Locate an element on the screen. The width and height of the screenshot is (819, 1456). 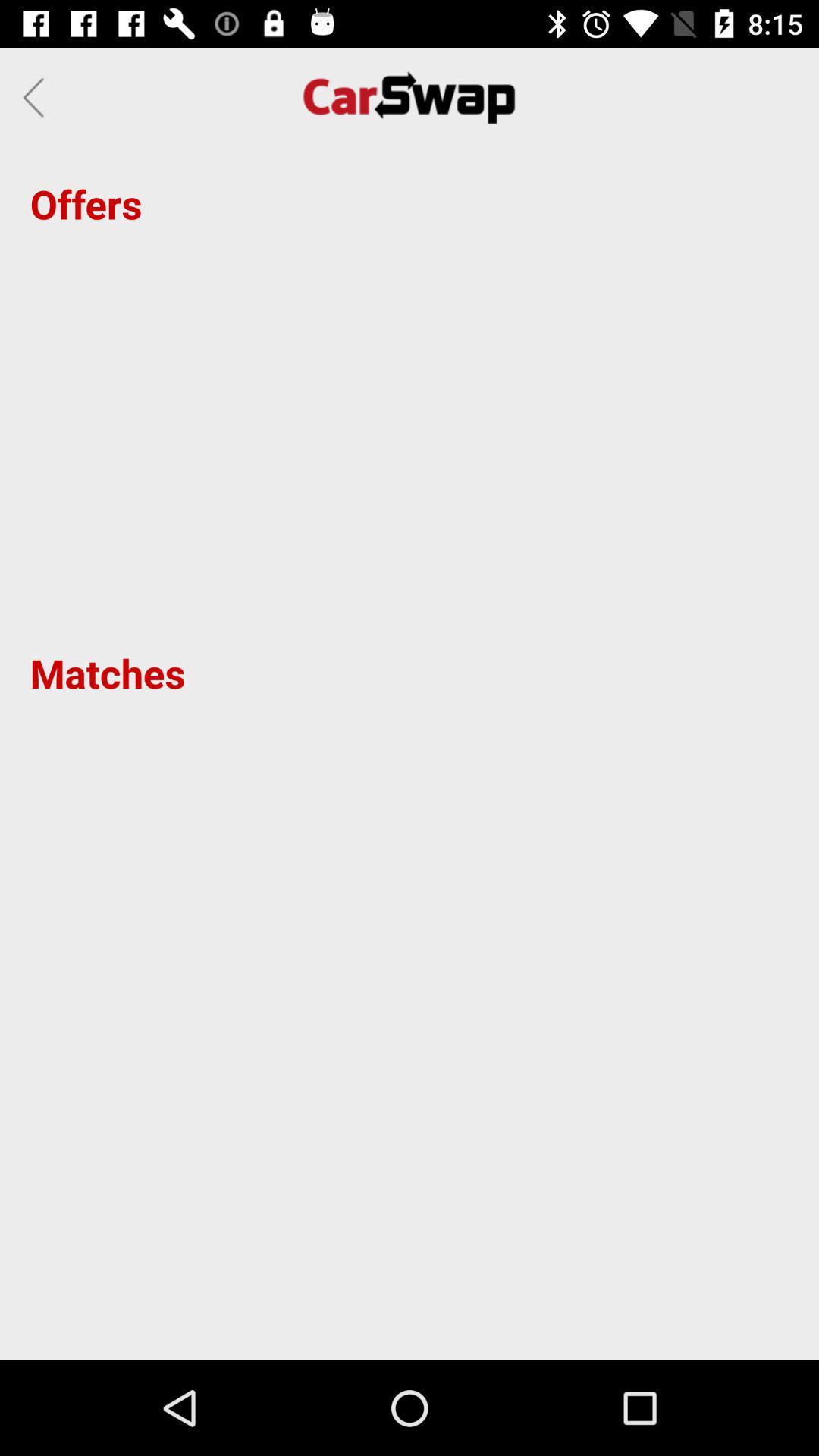
app above offers item is located at coordinates (37, 96).